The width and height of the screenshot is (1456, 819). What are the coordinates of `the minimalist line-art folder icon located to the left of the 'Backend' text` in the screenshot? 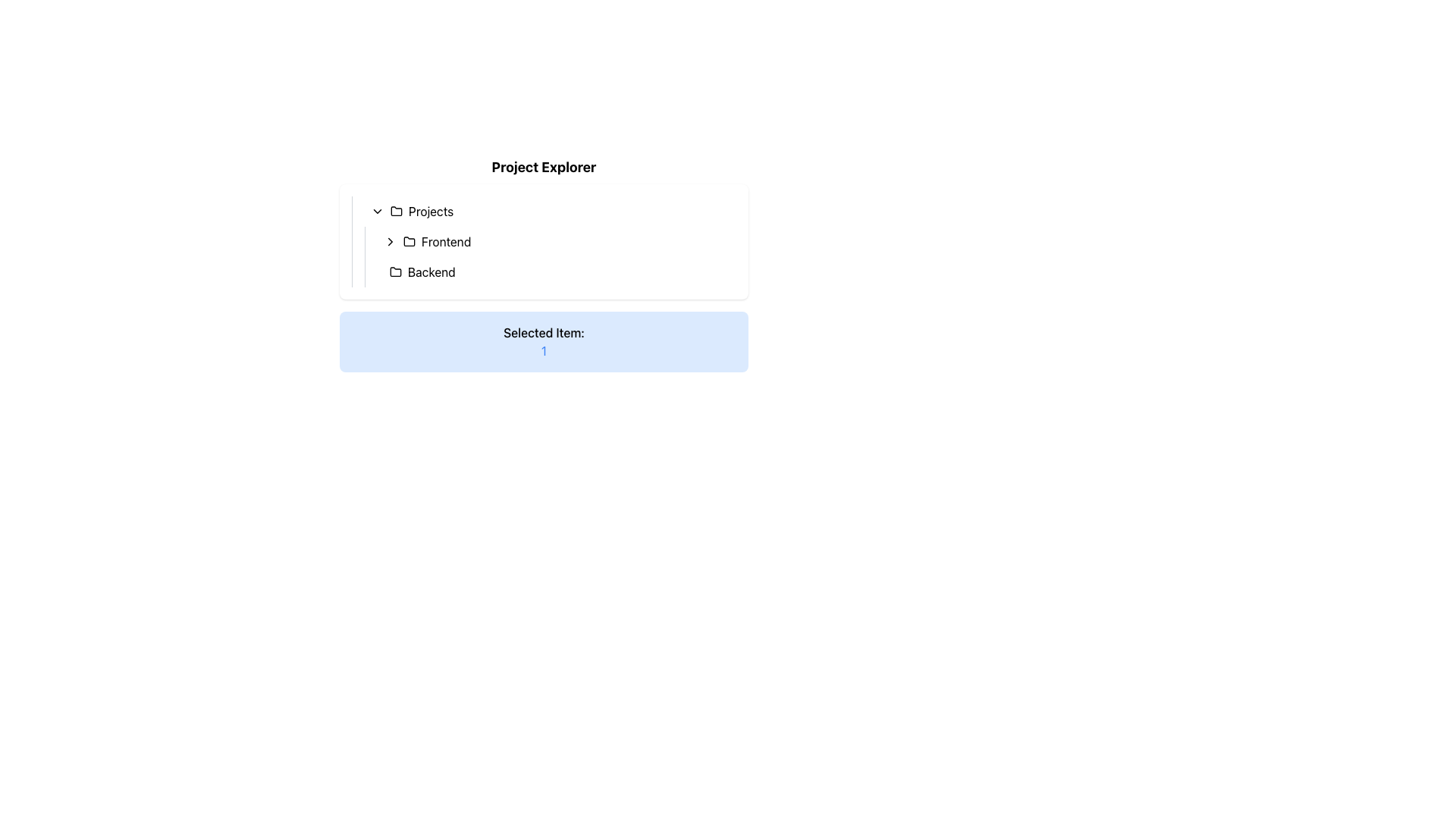 It's located at (396, 271).